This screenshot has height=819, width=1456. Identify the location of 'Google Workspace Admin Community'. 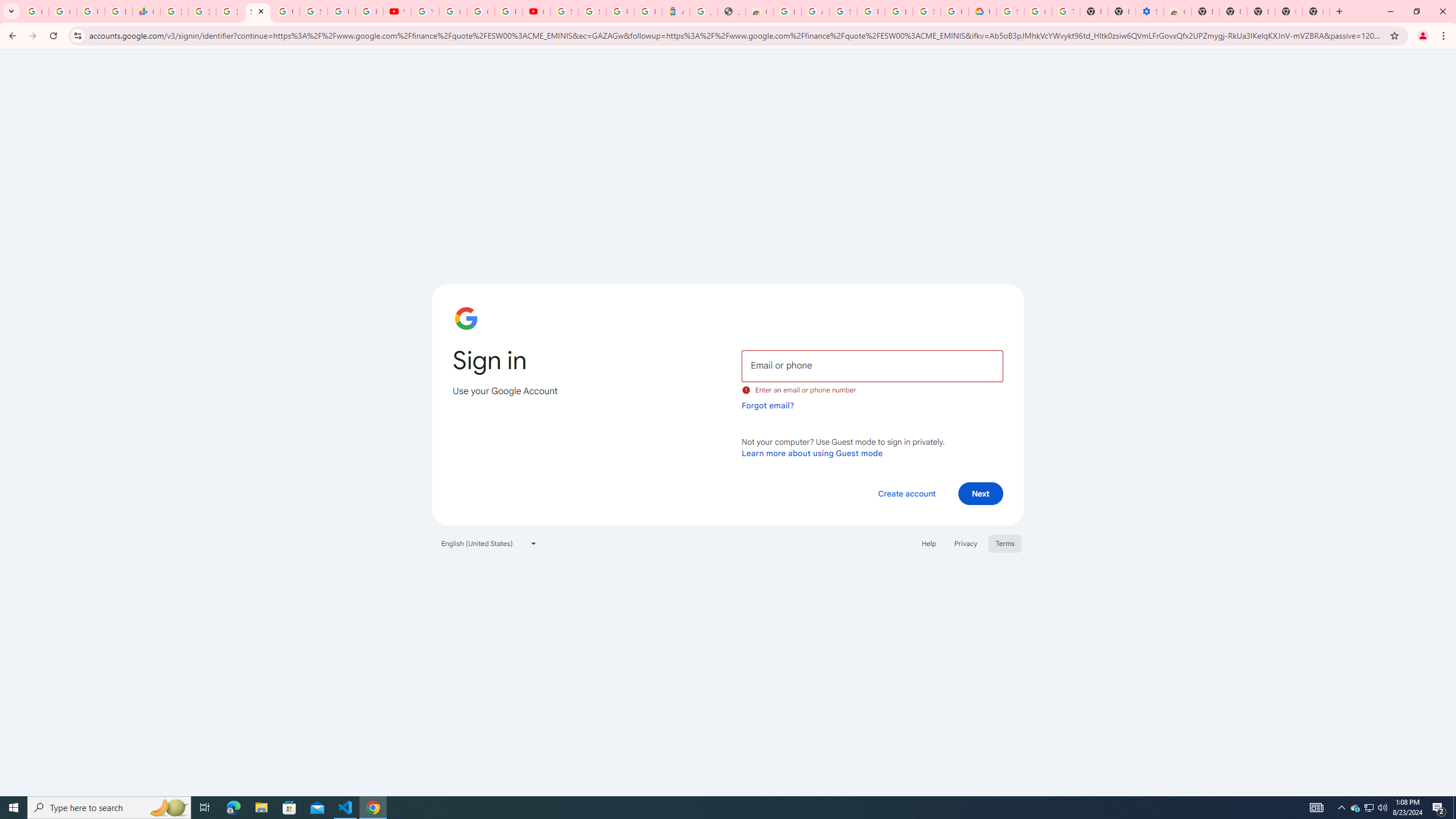
(35, 11).